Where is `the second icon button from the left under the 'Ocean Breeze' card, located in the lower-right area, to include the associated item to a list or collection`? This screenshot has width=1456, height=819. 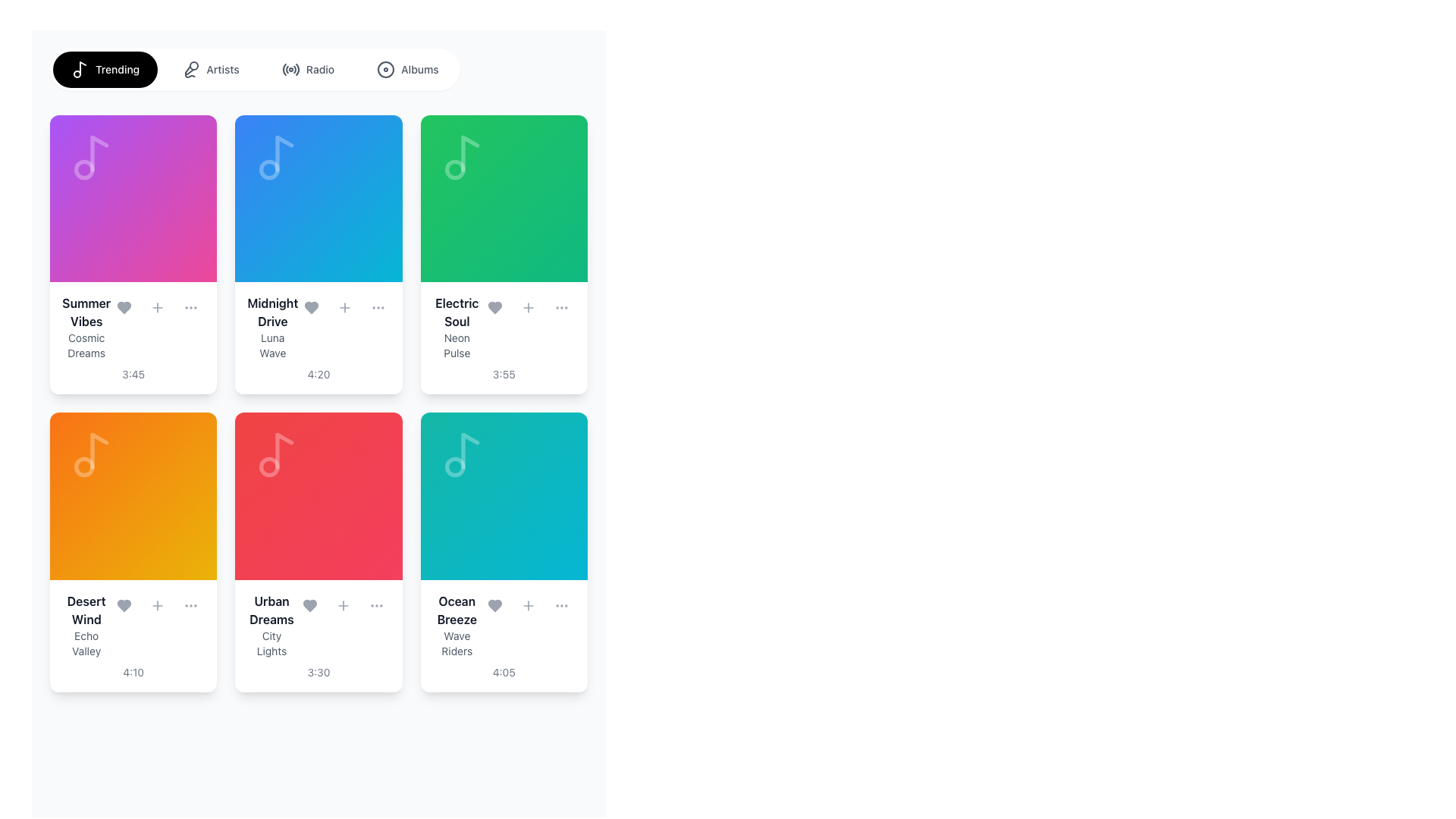 the second icon button from the left under the 'Ocean Breeze' card, located in the lower-right area, to include the associated item to a list or collection is located at coordinates (528, 604).